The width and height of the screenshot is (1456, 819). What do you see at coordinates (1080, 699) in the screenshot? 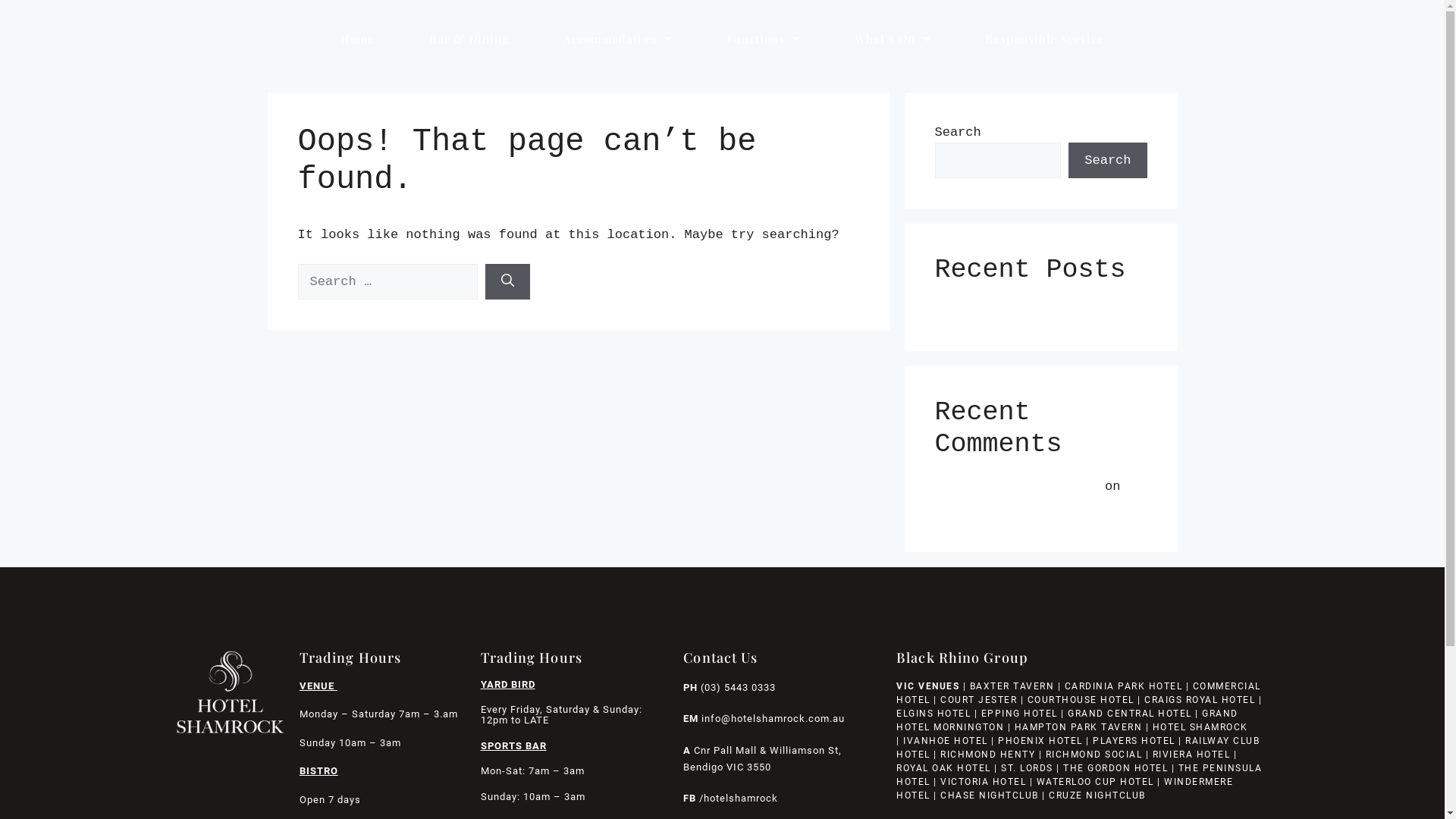
I see `'COURTHOUSE HOTEL'` at bounding box center [1080, 699].